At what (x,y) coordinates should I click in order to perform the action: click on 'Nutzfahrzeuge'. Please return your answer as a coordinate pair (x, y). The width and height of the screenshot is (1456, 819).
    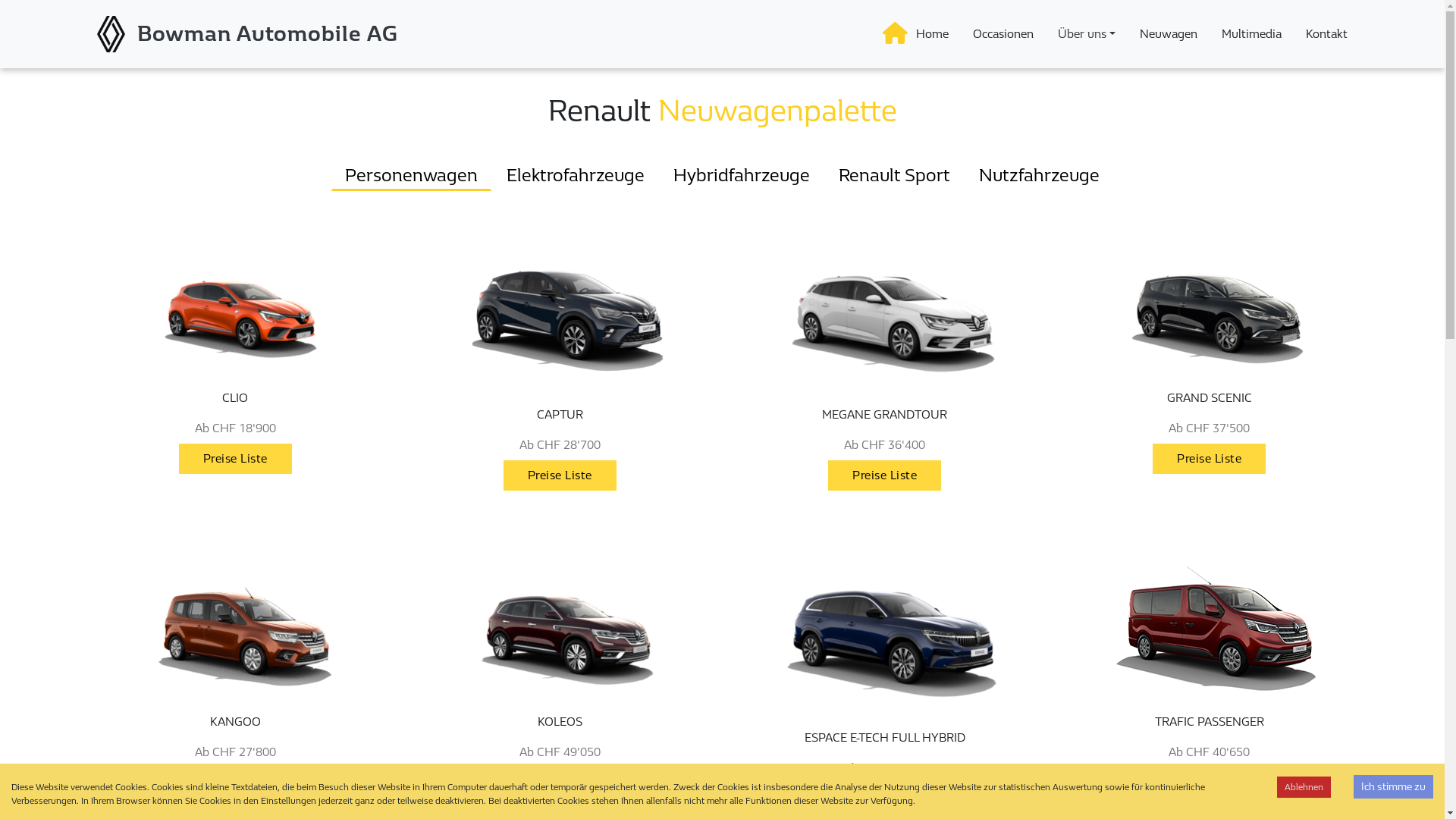
    Looking at the image, I should click on (1038, 174).